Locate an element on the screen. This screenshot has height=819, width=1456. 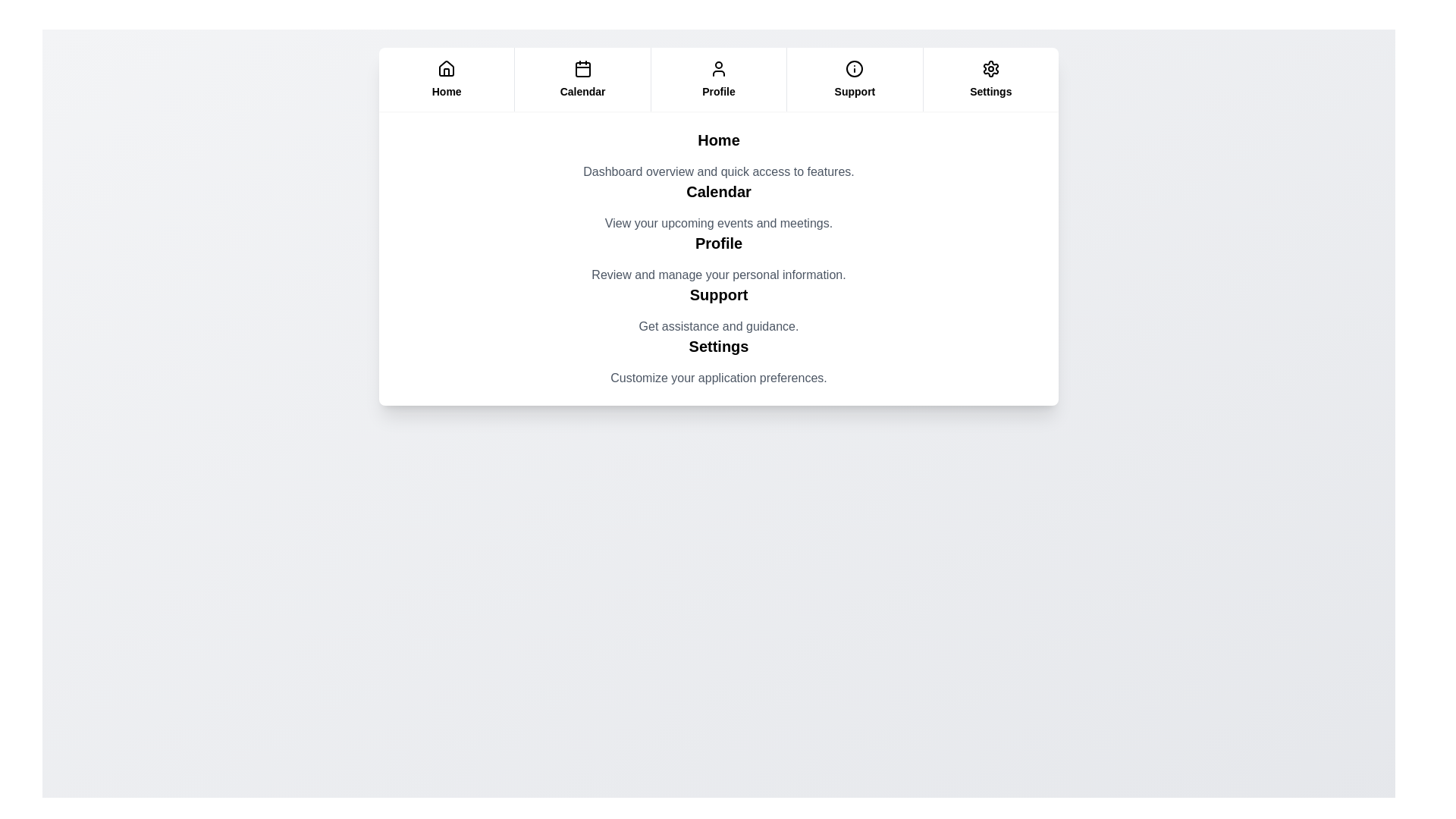
the gray text label that reads 'Dashboard overview and quick access to features.' positioned below the 'Home' headline is located at coordinates (718, 171).